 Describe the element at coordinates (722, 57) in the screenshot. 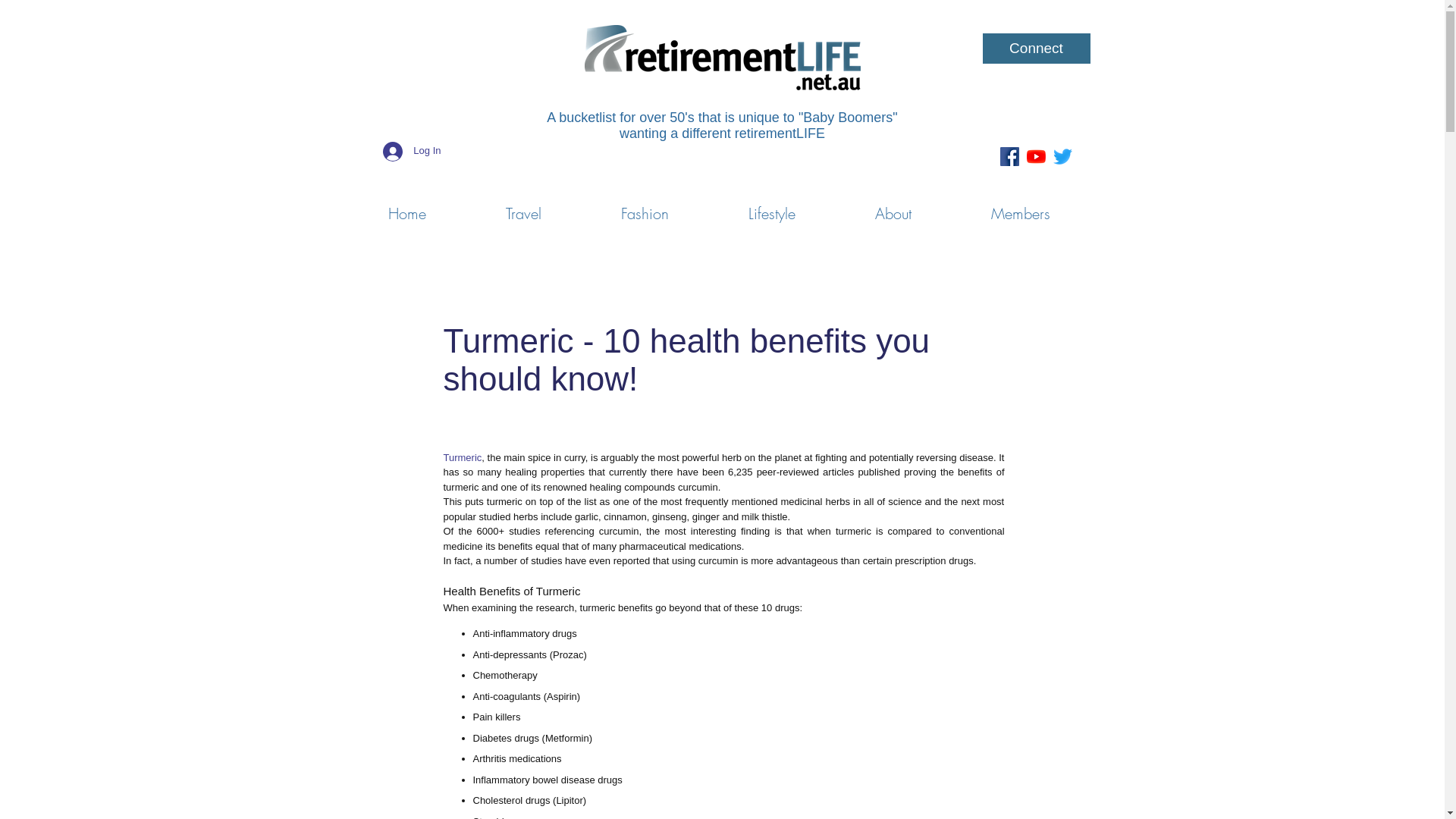

I see `'Retirement-Life-Logo_rgb_web-744x176.png'` at that location.